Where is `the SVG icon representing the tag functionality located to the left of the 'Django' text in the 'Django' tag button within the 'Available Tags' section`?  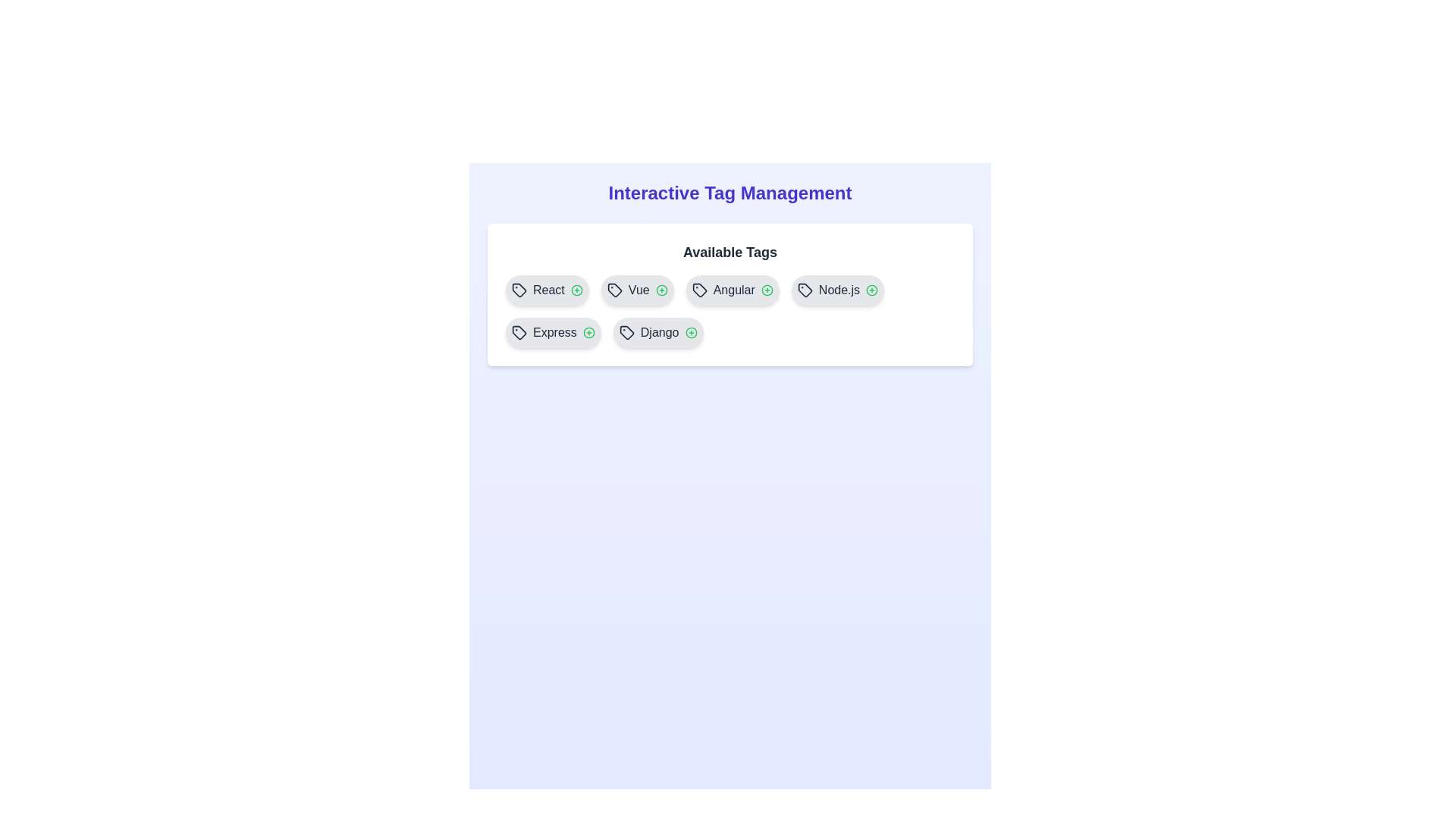
the SVG icon representing the tag functionality located to the left of the 'Django' text in the 'Django' tag button within the 'Available Tags' section is located at coordinates (626, 332).